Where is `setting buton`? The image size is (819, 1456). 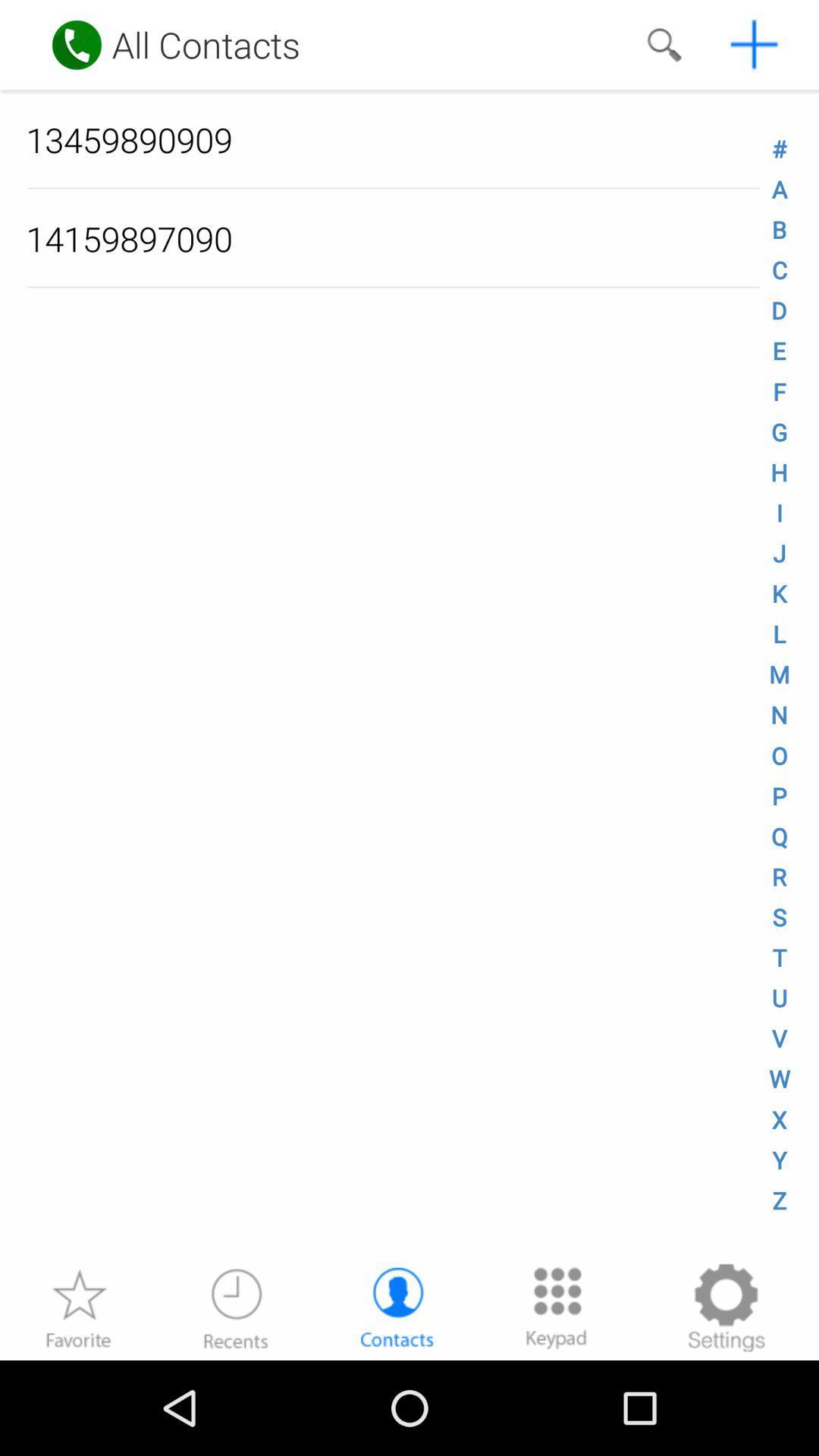 setting buton is located at coordinates (725, 1307).